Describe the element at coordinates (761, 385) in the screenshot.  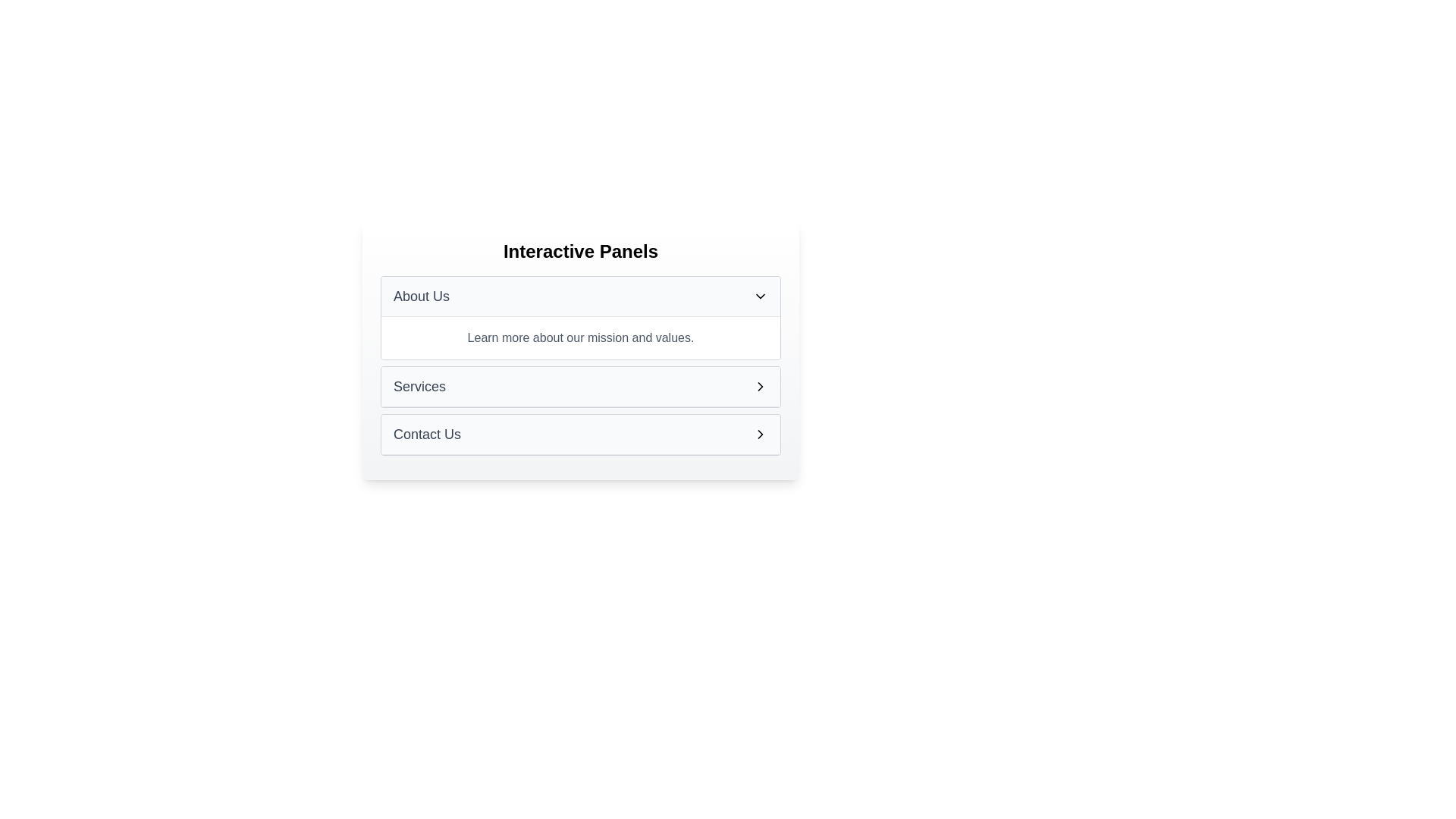
I see `the rightward pointing chevron icon with a black stroke, located at the far right end of the 'Services' row` at that location.